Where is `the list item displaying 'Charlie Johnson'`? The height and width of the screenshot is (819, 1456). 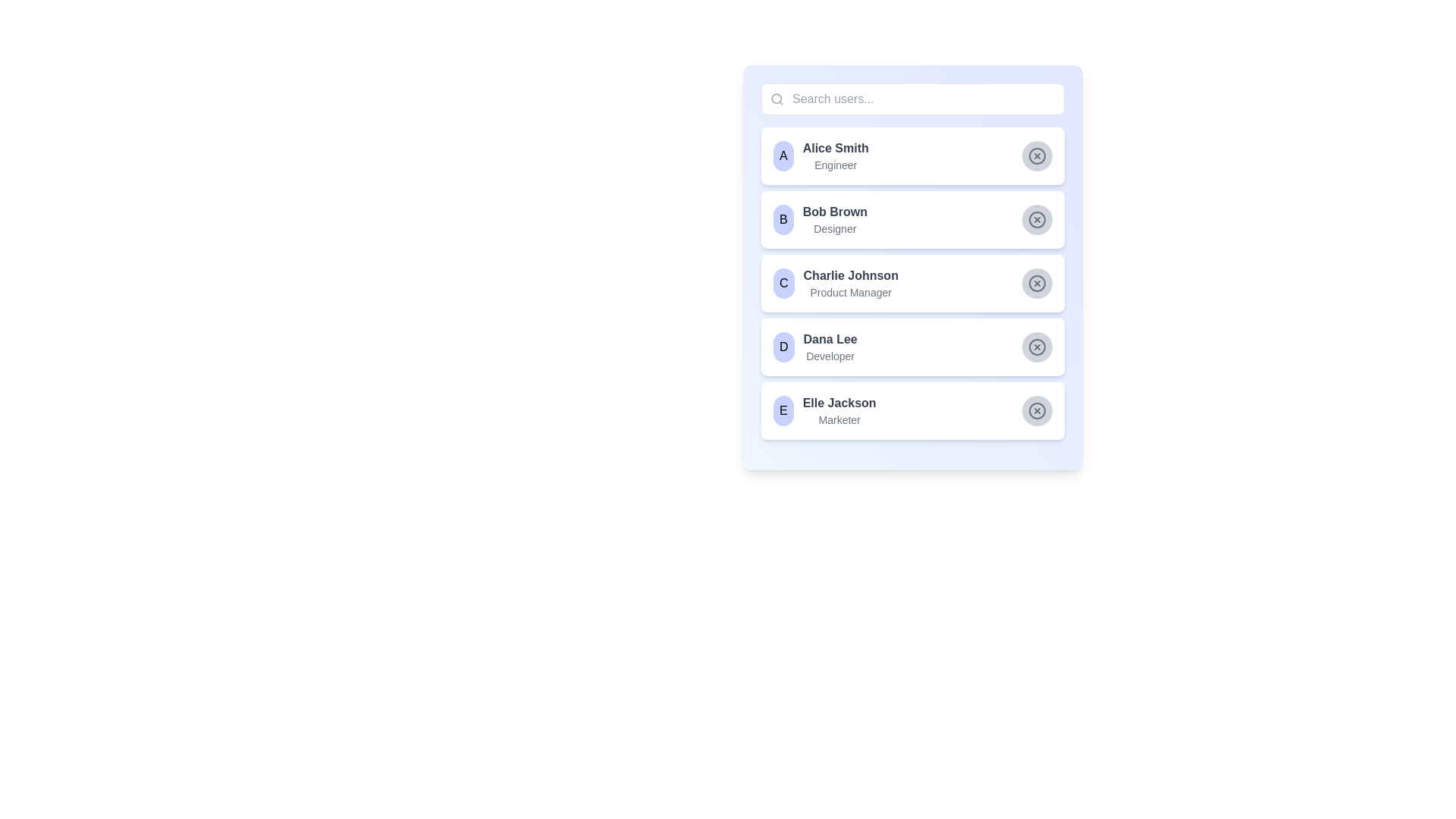
the list item displaying 'Charlie Johnson' is located at coordinates (912, 267).